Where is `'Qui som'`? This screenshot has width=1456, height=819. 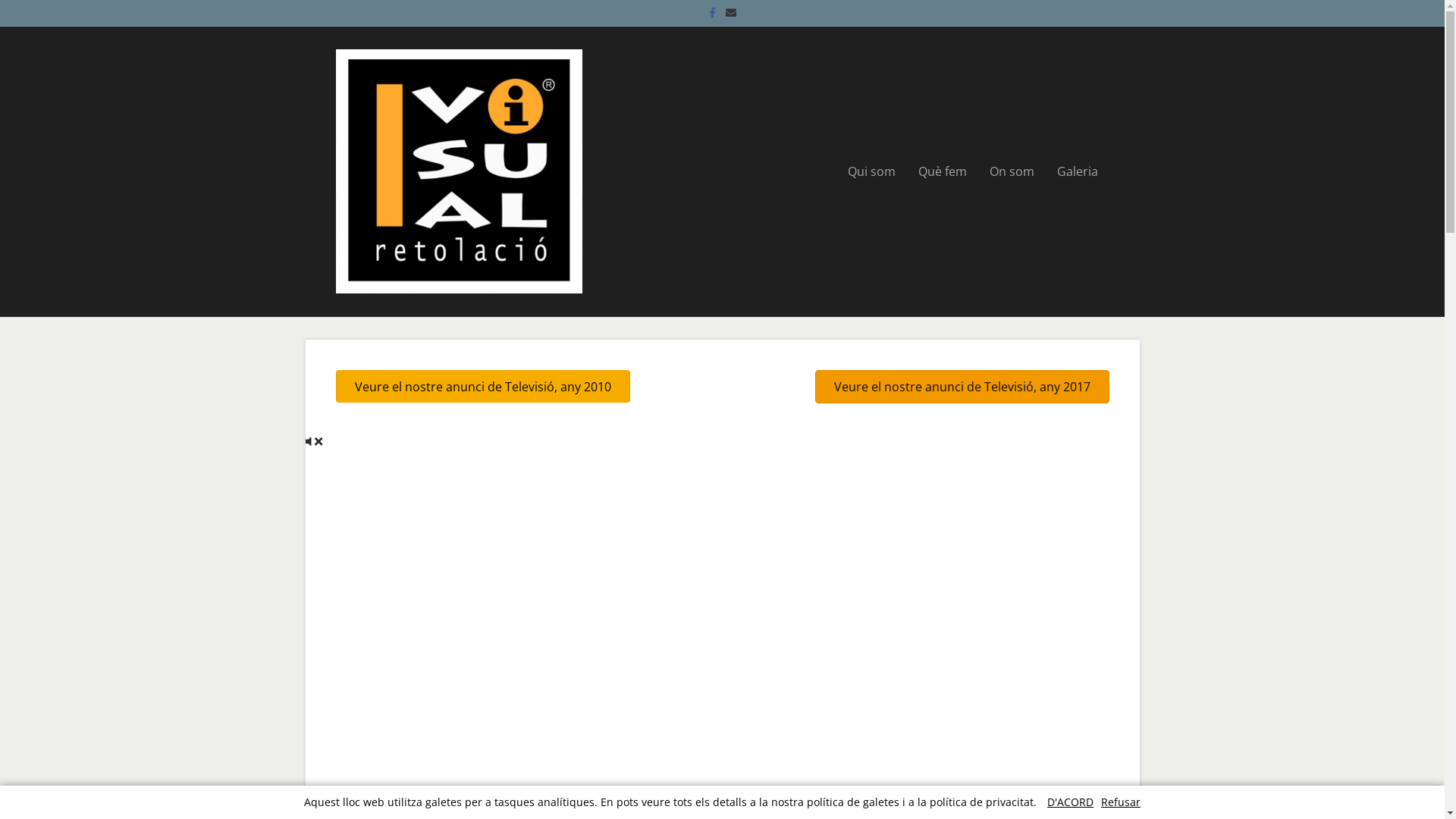
'Qui som' is located at coordinates (871, 171).